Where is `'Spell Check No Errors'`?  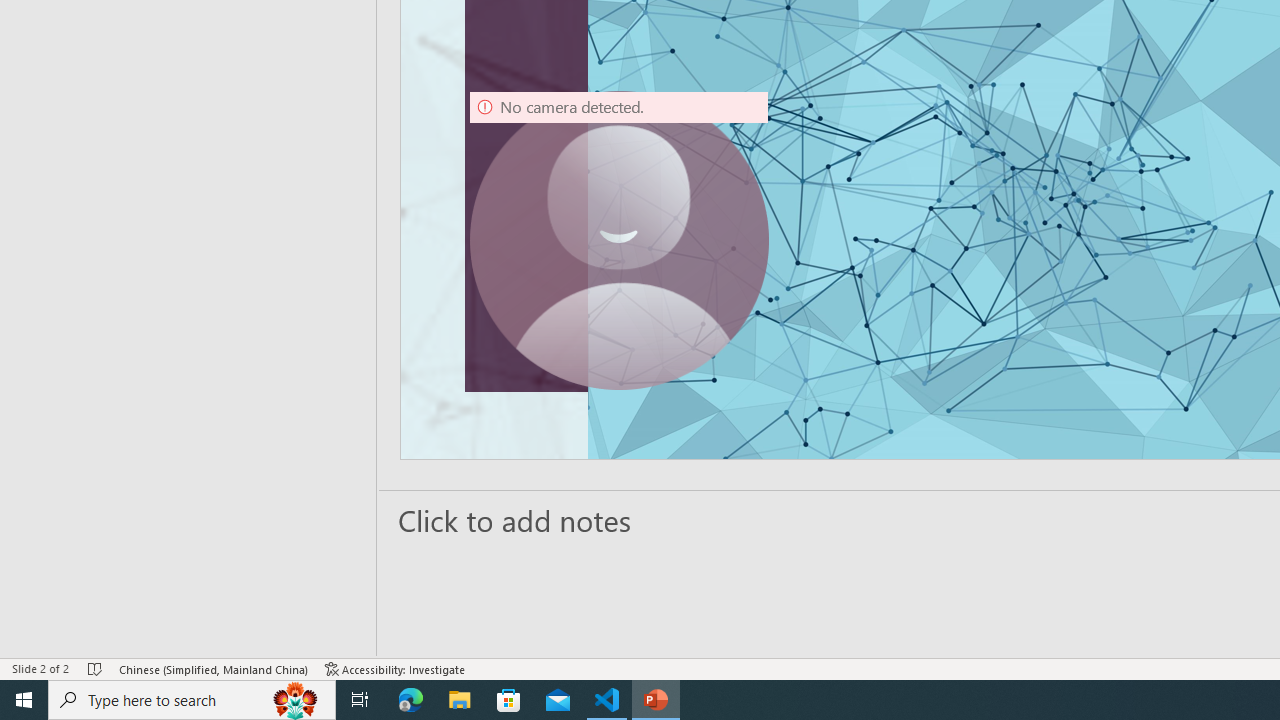
'Spell Check No Errors' is located at coordinates (95, 669).